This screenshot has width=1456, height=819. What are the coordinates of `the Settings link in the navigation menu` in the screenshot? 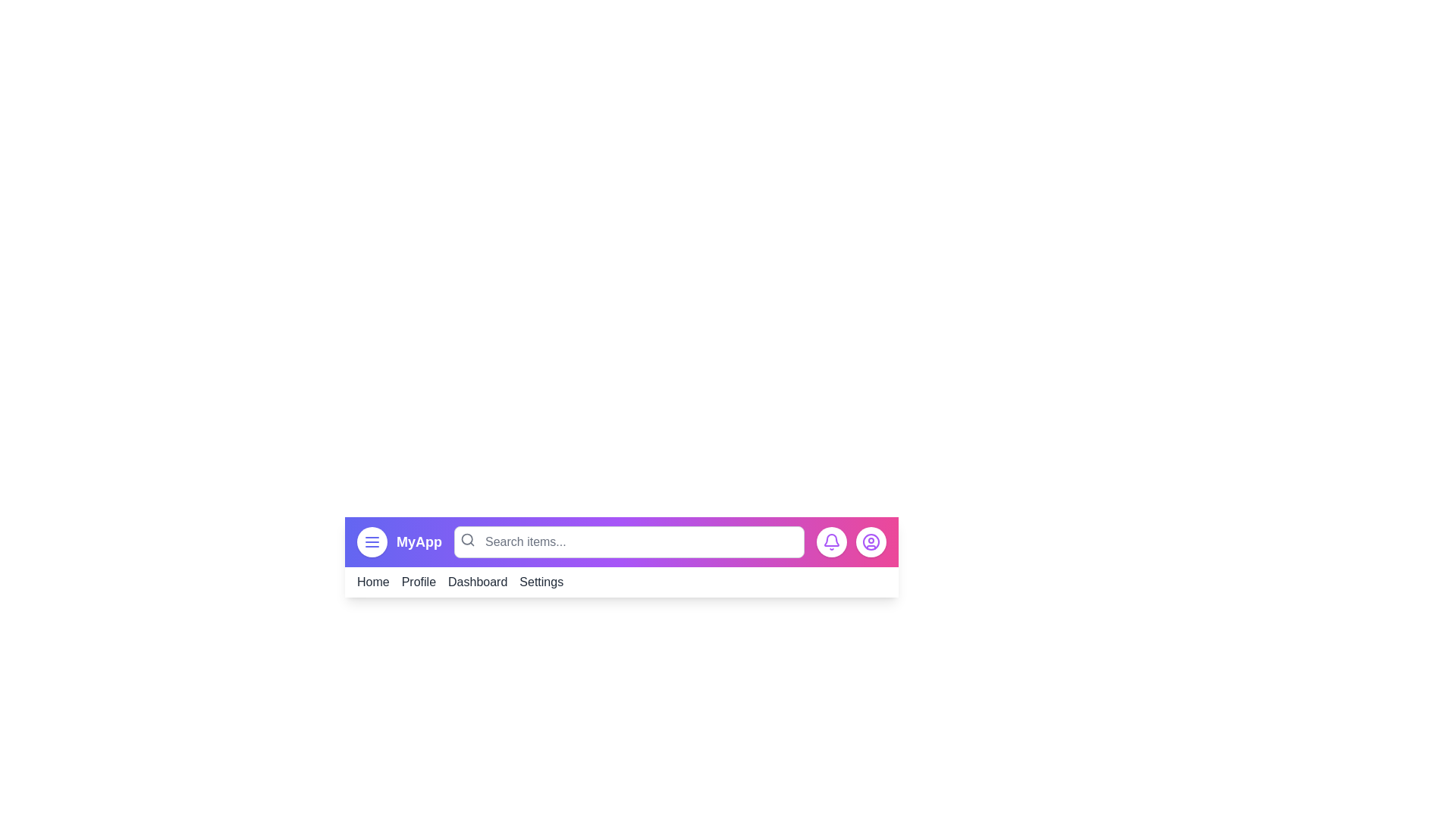 It's located at (541, 581).